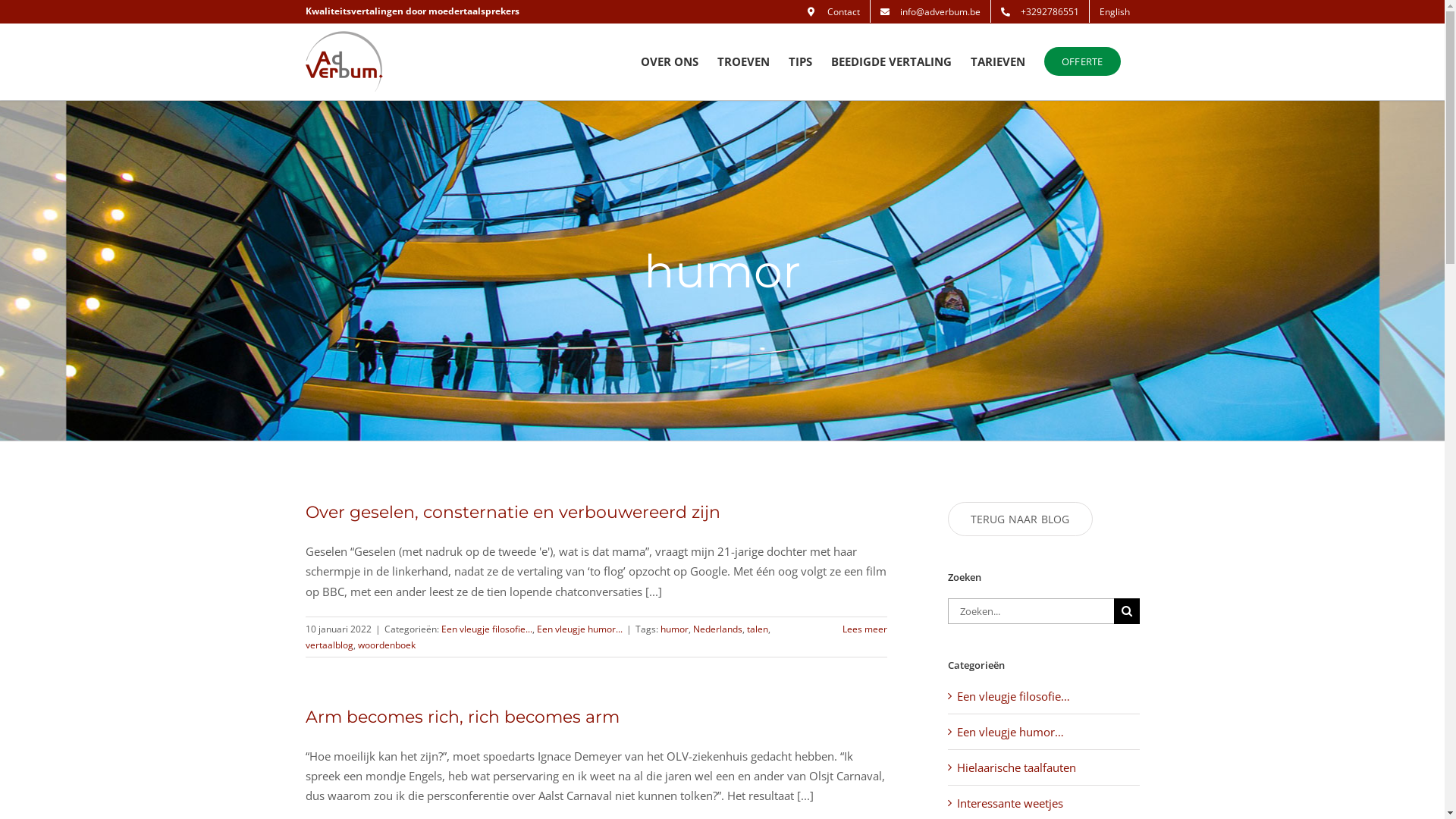 This screenshot has height=819, width=1456. What do you see at coordinates (1113, 11) in the screenshot?
I see `'English'` at bounding box center [1113, 11].